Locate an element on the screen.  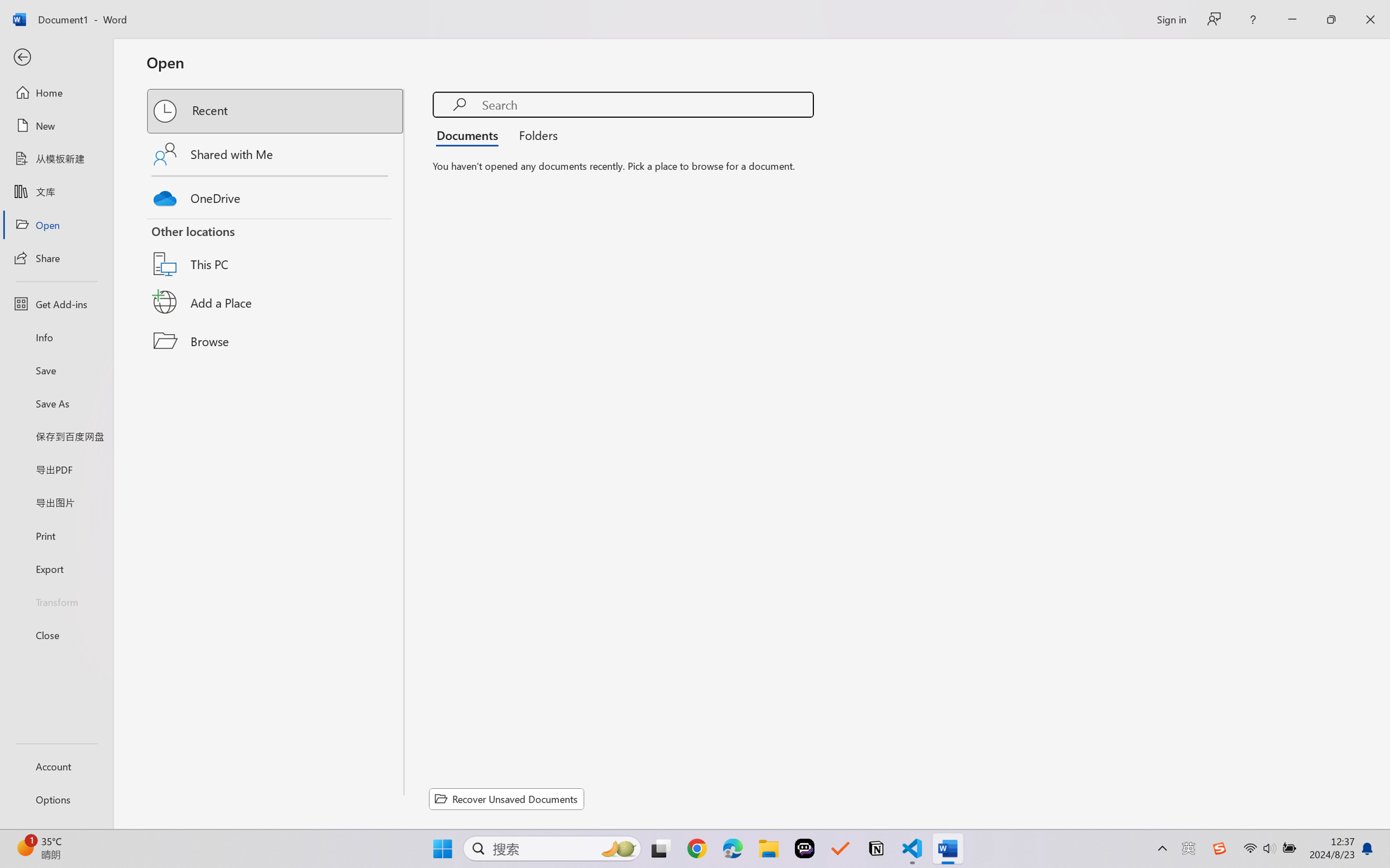
'Add a Place' is located at coordinates (276, 301).